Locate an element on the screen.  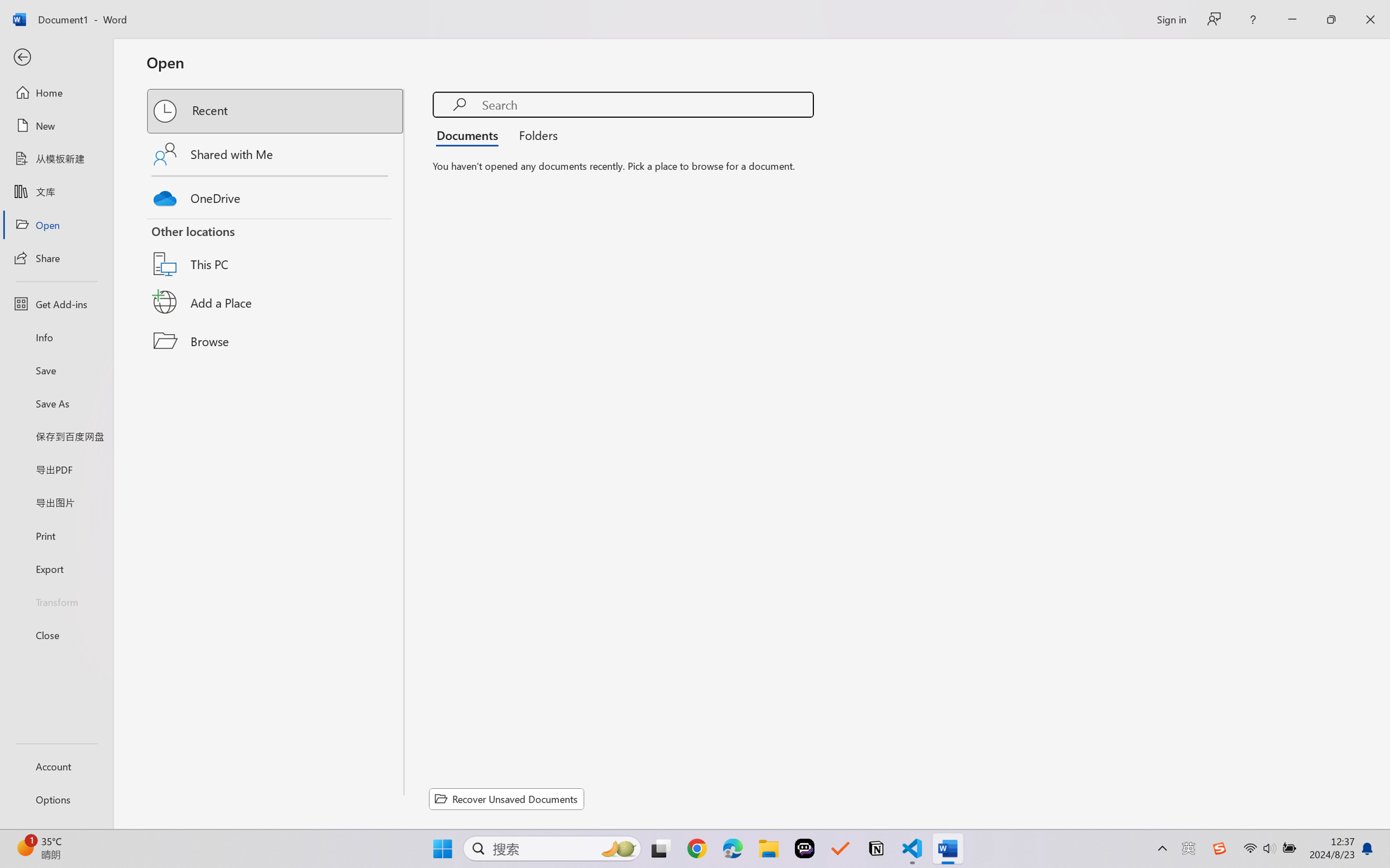
'Add a Place' is located at coordinates (276, 301).